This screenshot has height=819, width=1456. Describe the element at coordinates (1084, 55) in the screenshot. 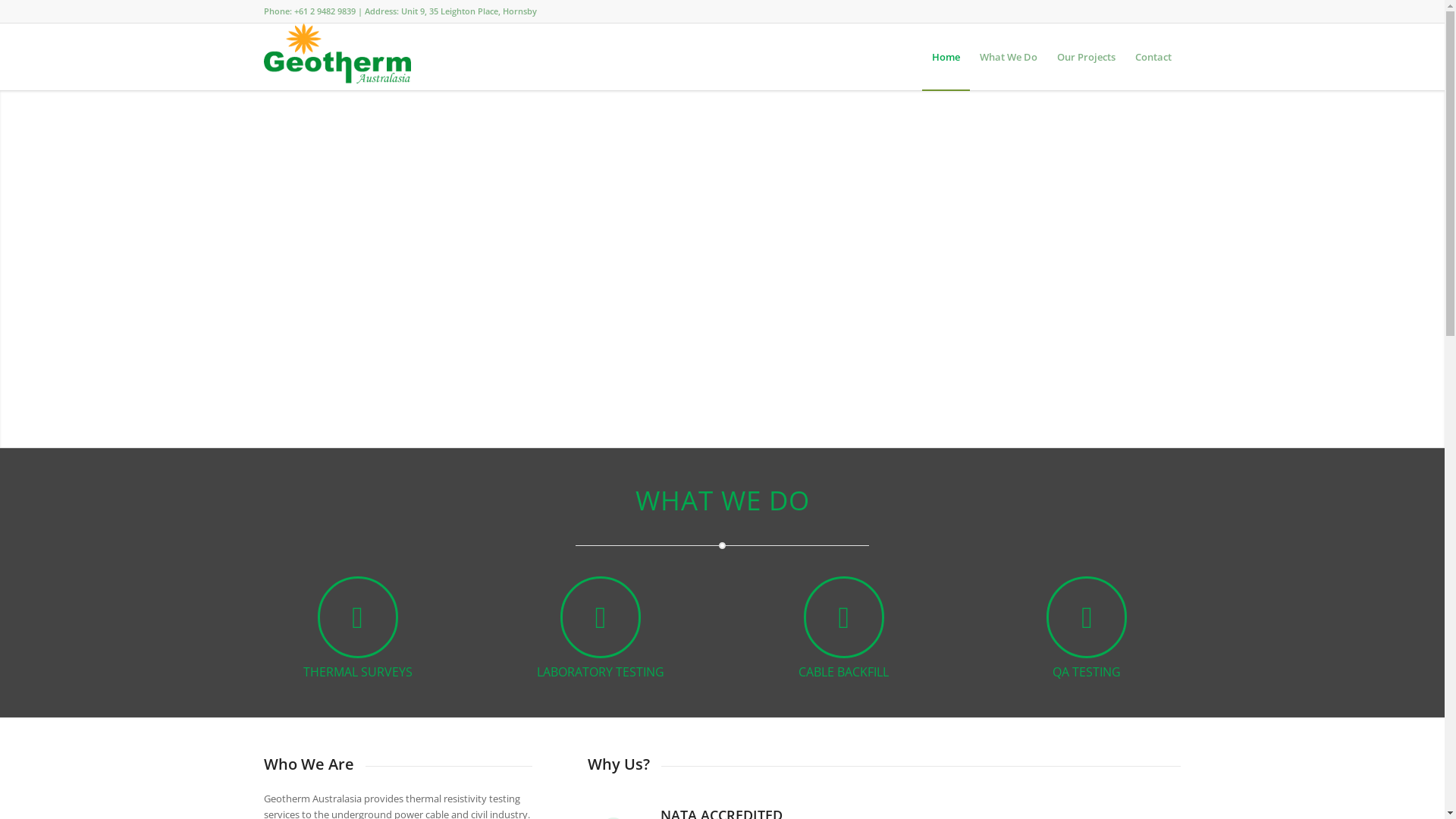

I see `'Our Projects'` at that location.